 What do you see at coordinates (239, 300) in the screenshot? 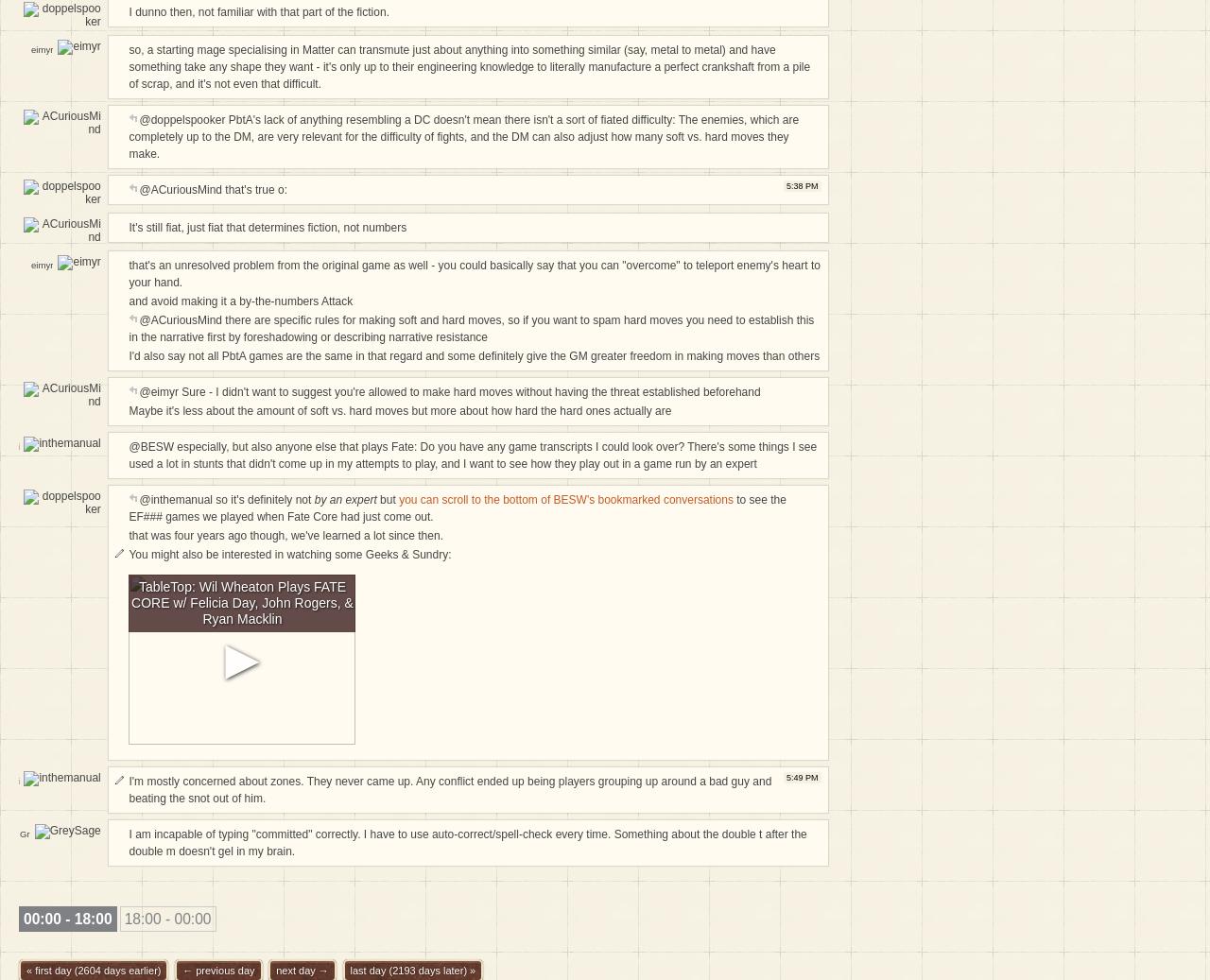
I see `'and avoid making it a by-the-numbers Attack'` at bounding box center [239, 300].